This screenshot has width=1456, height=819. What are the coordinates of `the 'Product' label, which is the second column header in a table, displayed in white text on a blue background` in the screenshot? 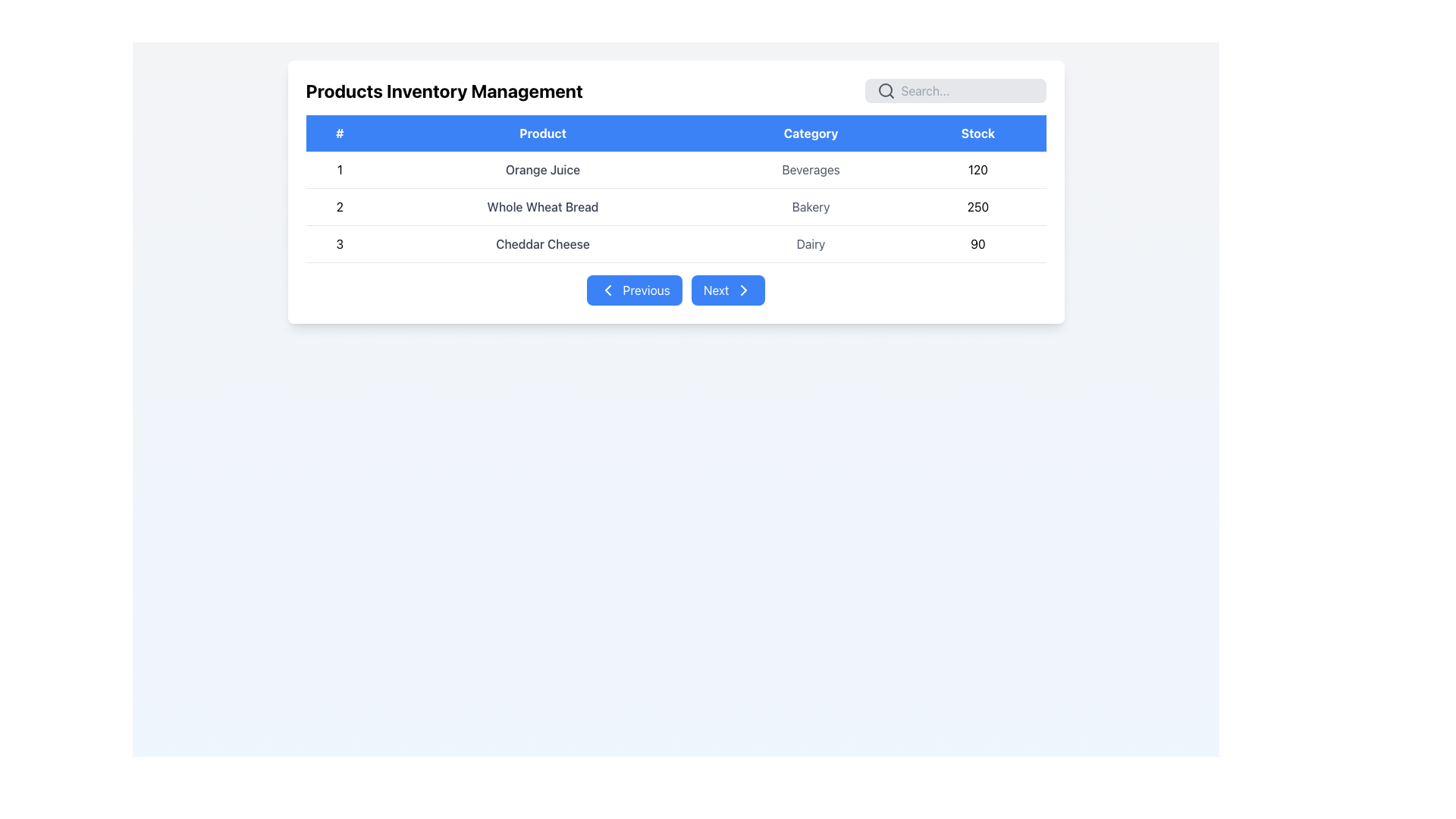 It's located at (542, 133).